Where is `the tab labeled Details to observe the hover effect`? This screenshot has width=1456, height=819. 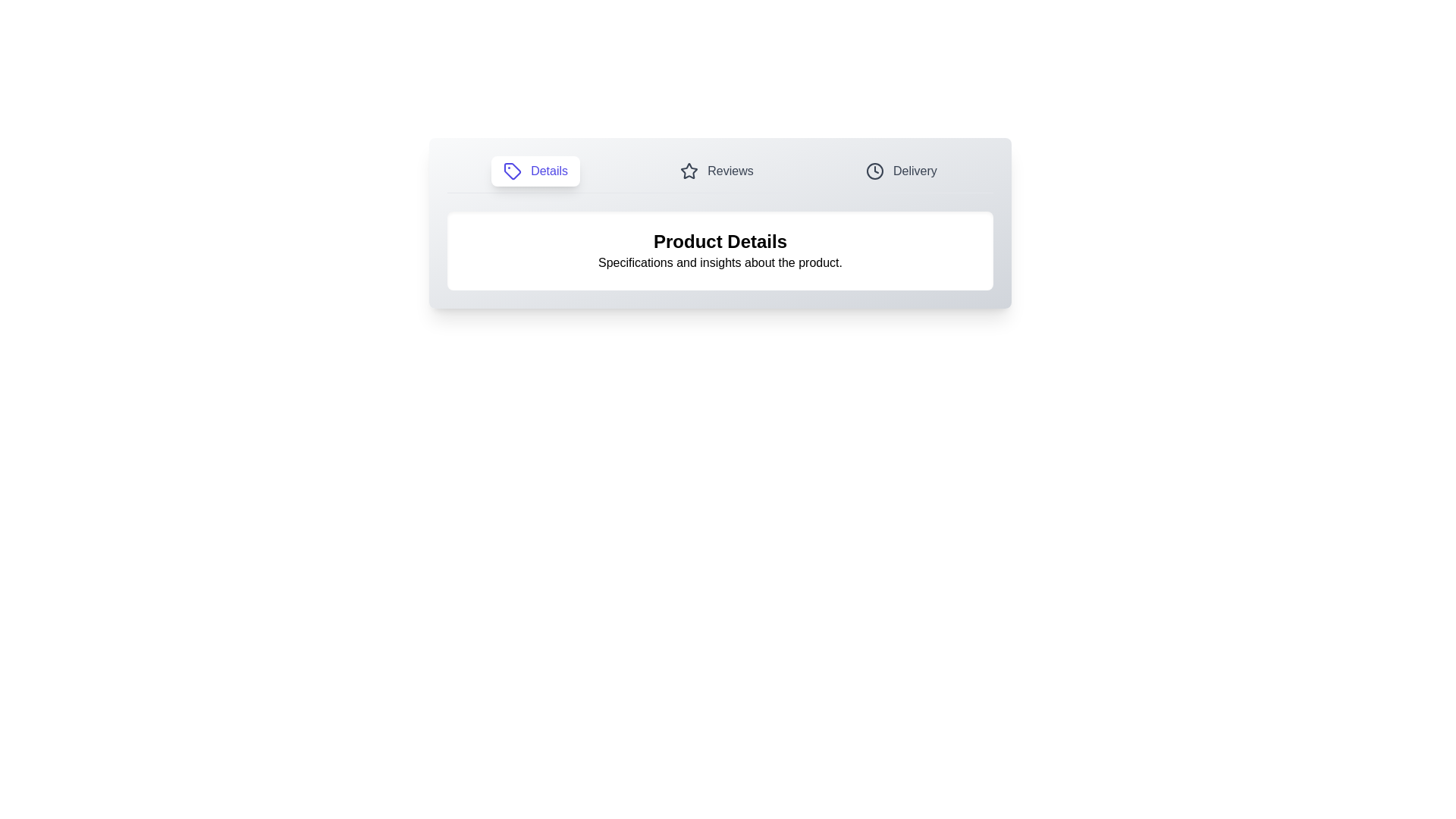
the tab labeled Details to observe the hover effect is located at coordinates (535, 171).